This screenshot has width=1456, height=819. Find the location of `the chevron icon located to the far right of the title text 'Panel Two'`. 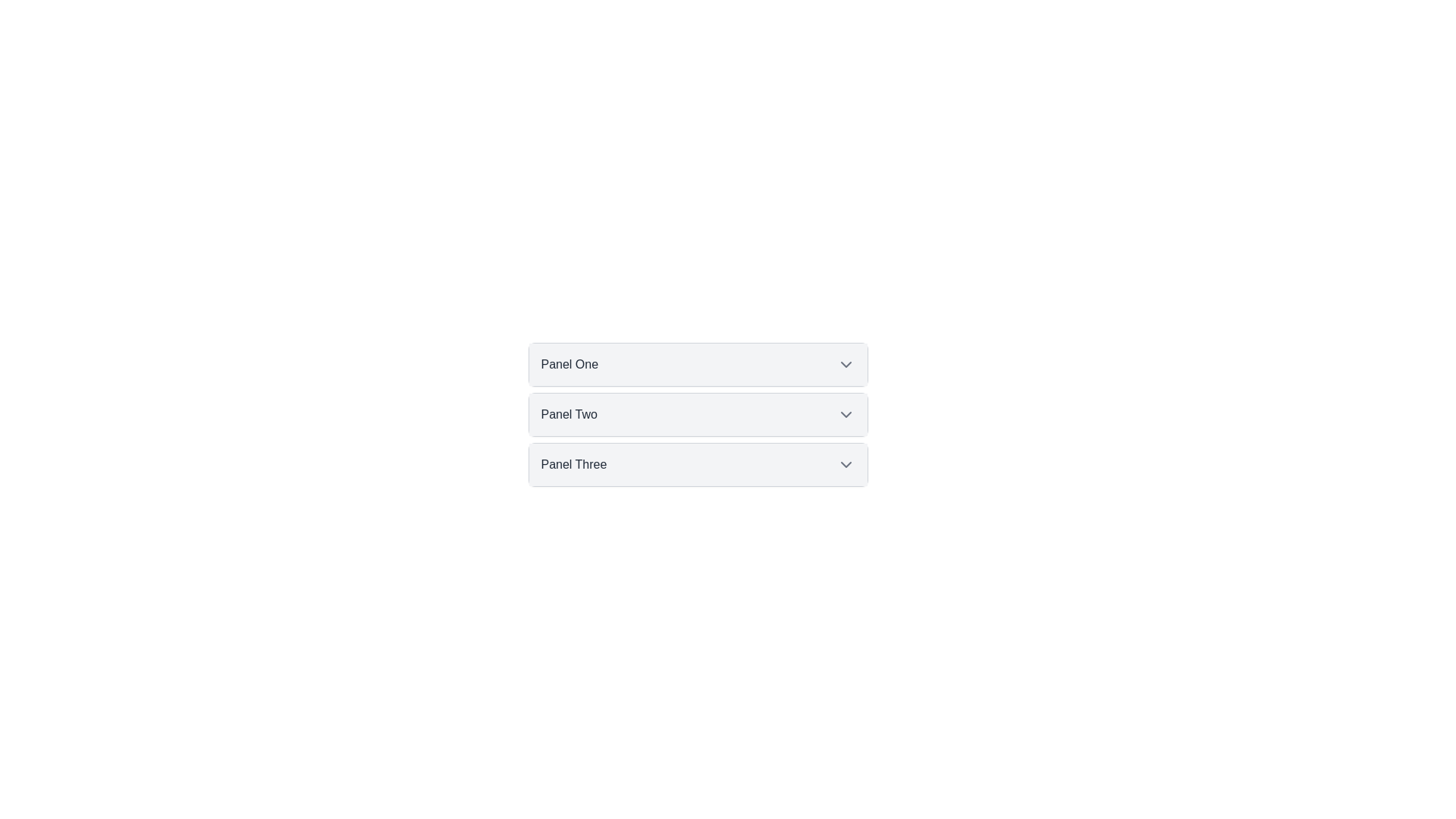

the chevron icon located to the far right of the title text 'Panel Two' is located at coordinates (845, 415).